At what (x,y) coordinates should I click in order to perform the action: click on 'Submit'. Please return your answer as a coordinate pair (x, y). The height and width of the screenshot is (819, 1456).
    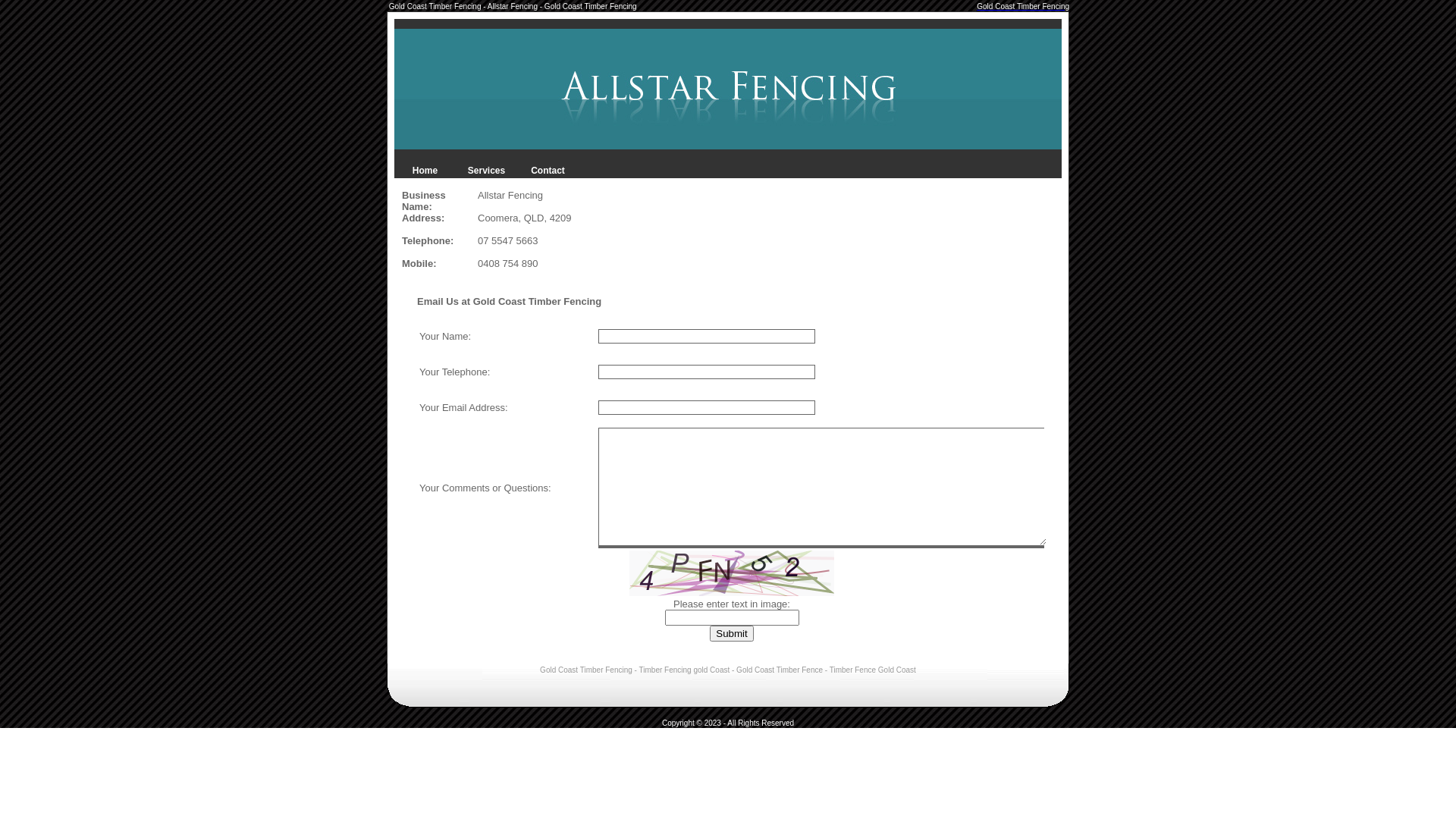
    Looking at the image, I should click on (731, 633).